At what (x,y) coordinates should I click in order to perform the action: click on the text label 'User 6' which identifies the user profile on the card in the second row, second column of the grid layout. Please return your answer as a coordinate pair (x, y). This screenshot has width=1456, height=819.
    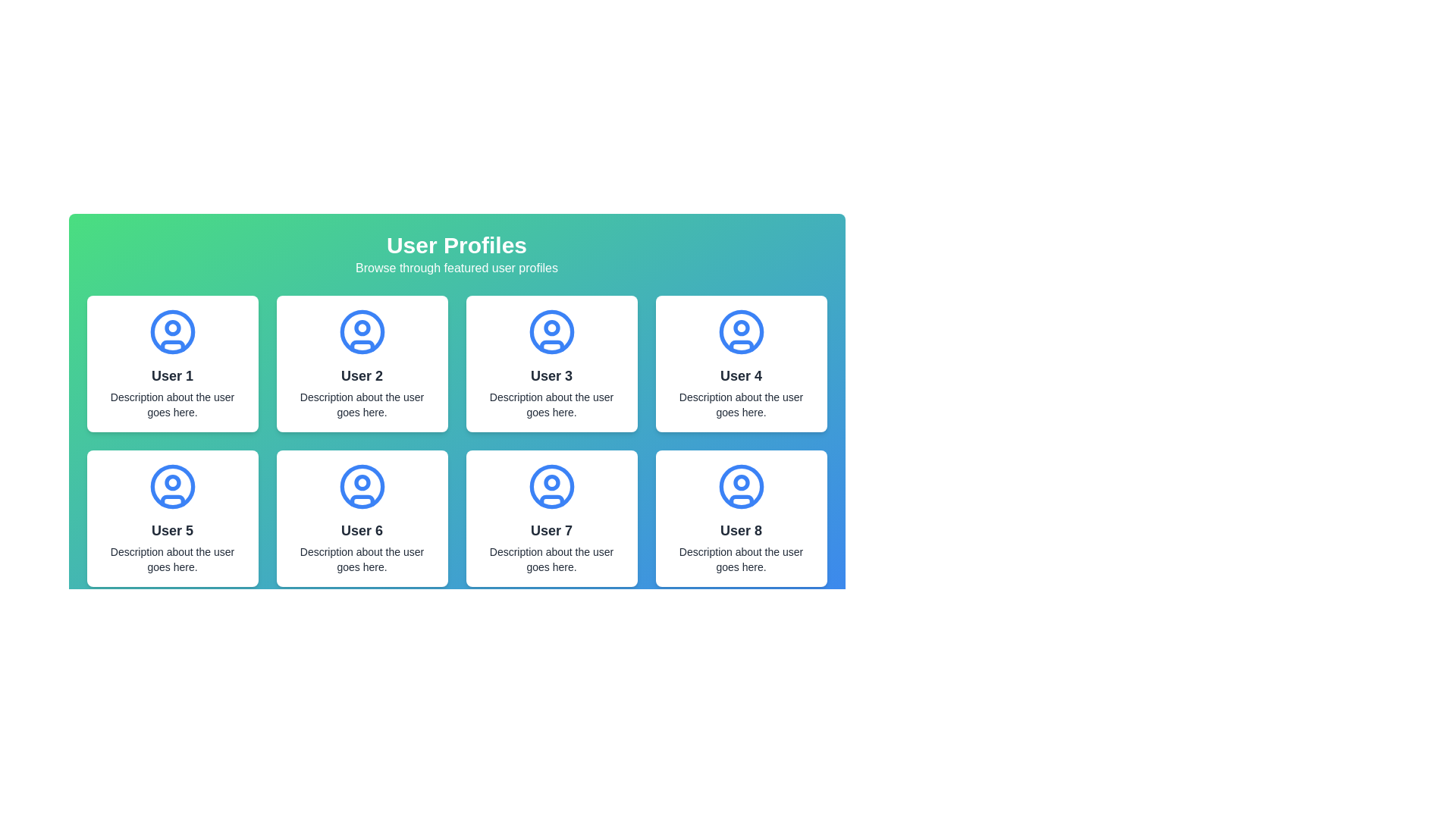
    Looking at the image, I should click on (361, 529).